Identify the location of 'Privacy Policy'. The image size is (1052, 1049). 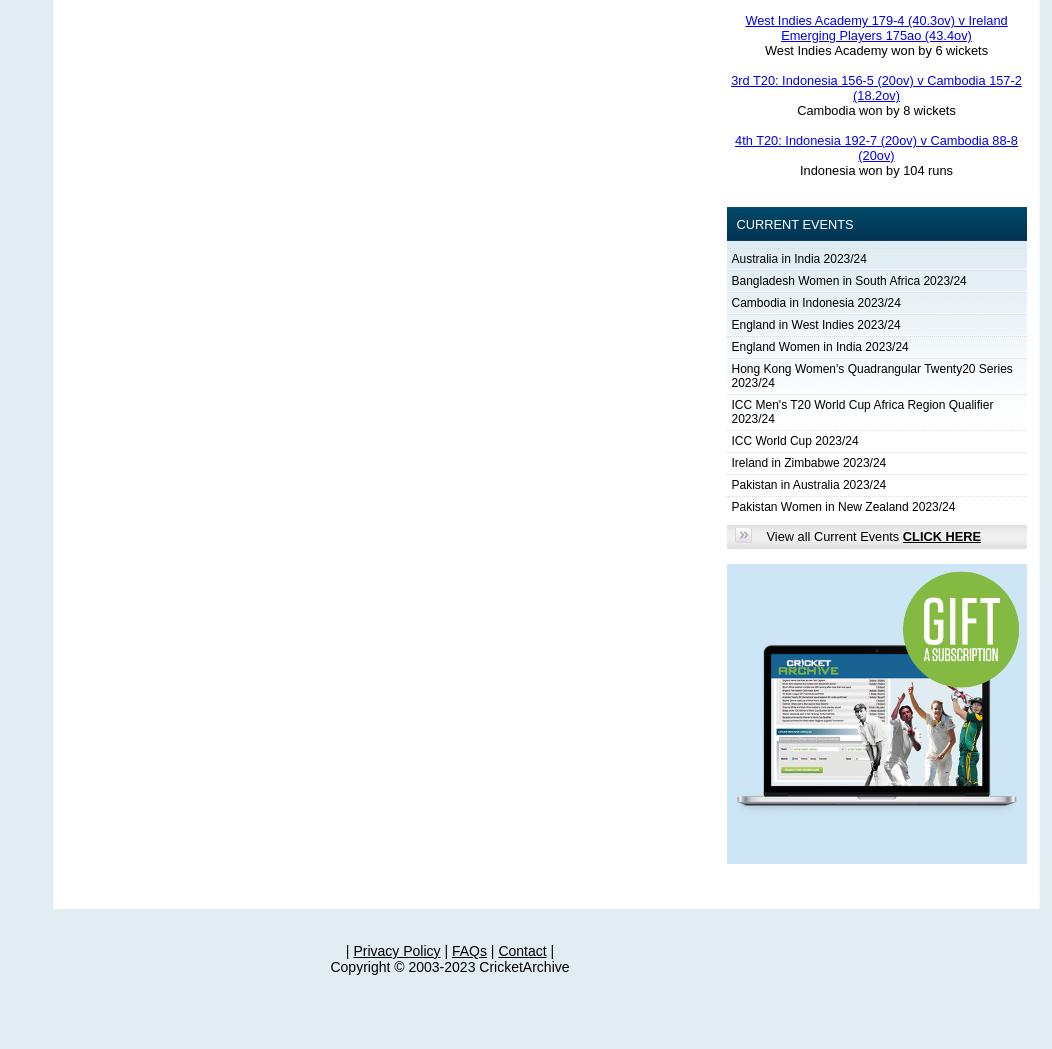
(395, 951).